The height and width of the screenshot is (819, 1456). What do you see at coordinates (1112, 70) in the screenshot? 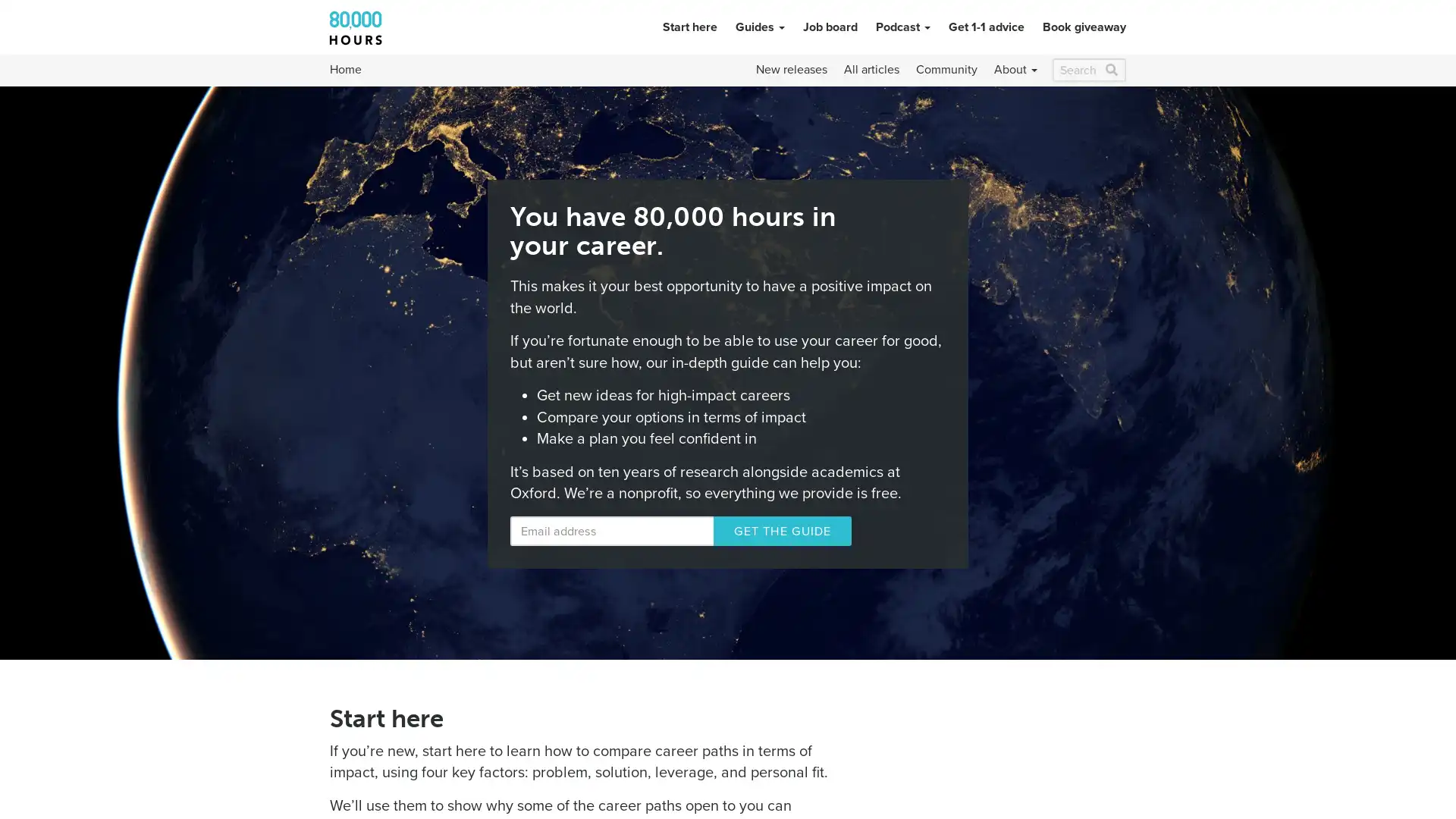
I see `Search` at bounding box center [1112, 70].